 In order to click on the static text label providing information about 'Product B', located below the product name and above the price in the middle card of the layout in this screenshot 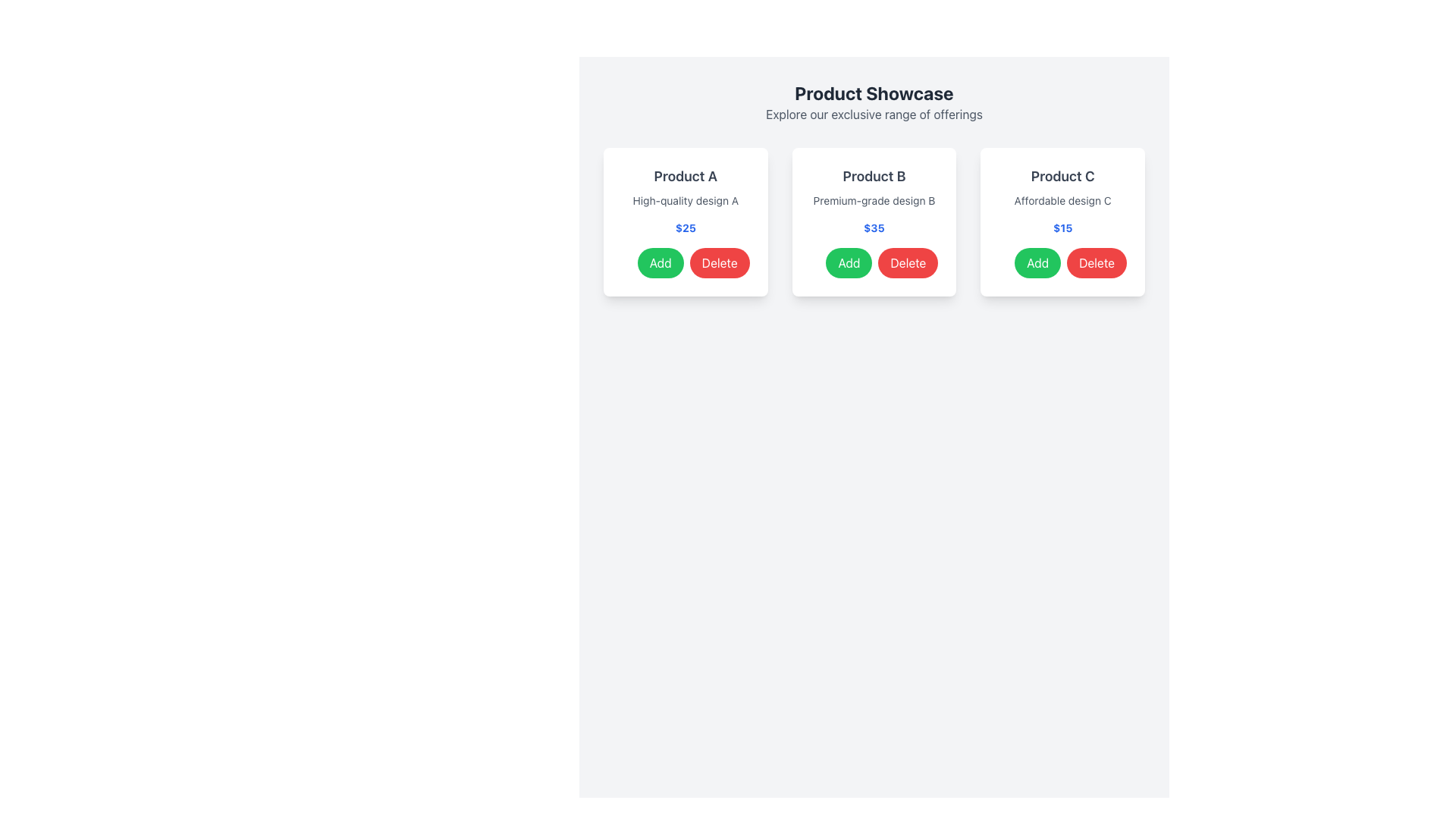, I will do `click(874, 200)`.